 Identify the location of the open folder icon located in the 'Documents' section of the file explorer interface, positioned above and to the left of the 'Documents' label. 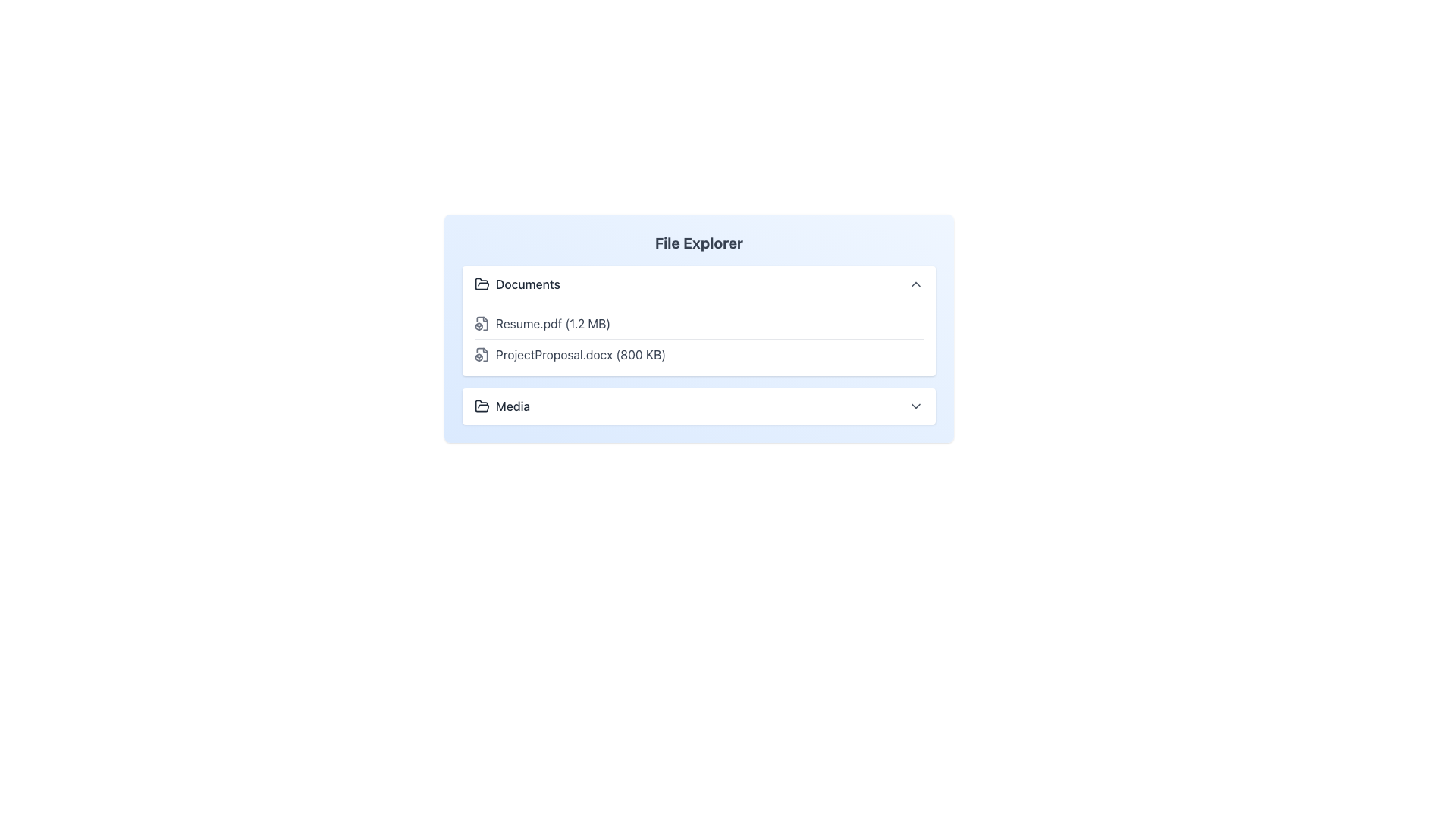
(481, 284).